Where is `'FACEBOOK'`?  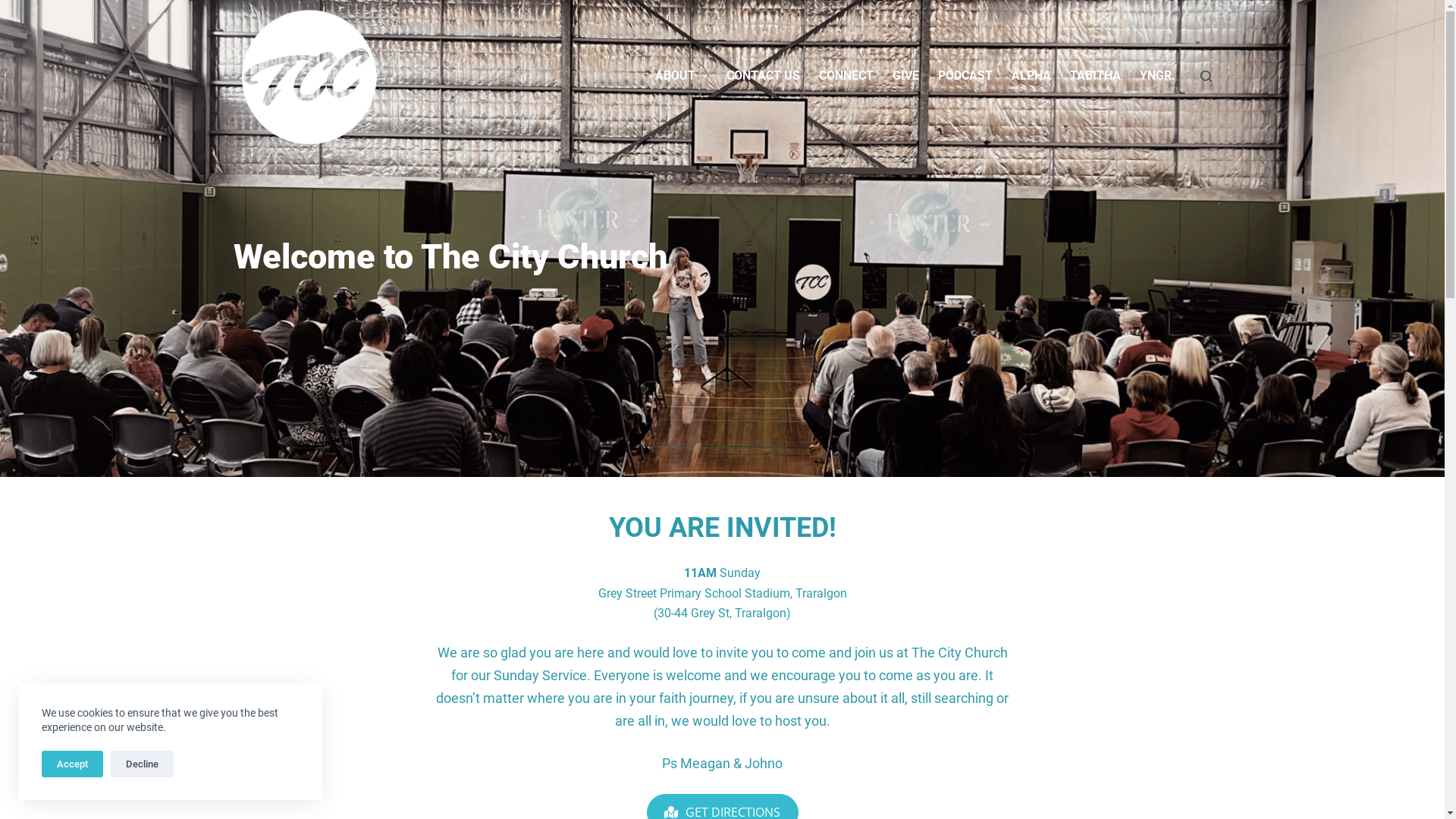
'FACEBOOK' is located at coordinates (1069, 663).